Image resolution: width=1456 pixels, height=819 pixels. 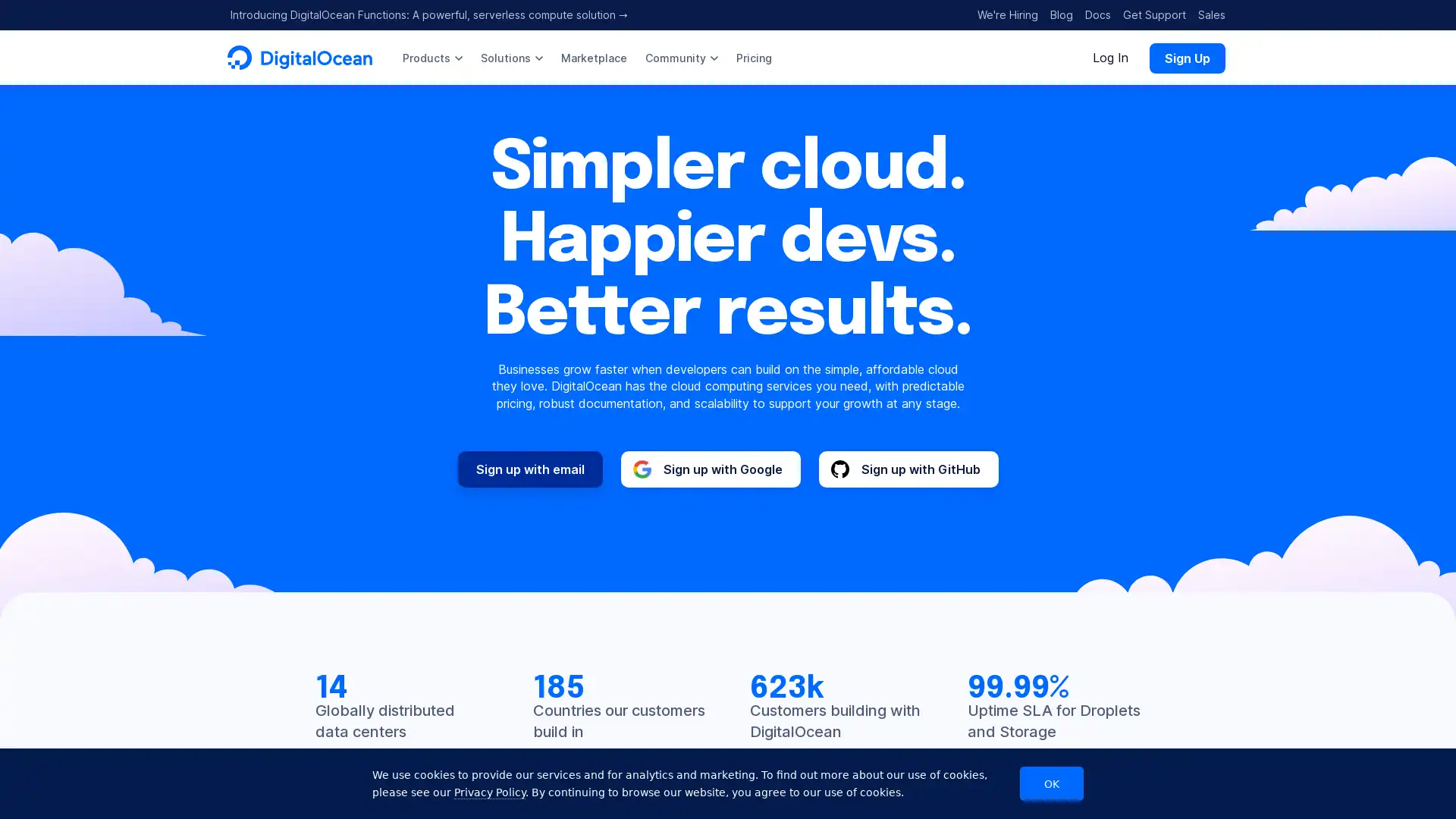 What do you see at coordinates (431, 57) in the screenshot?
I see `Products` at bounding box center [431, 57].